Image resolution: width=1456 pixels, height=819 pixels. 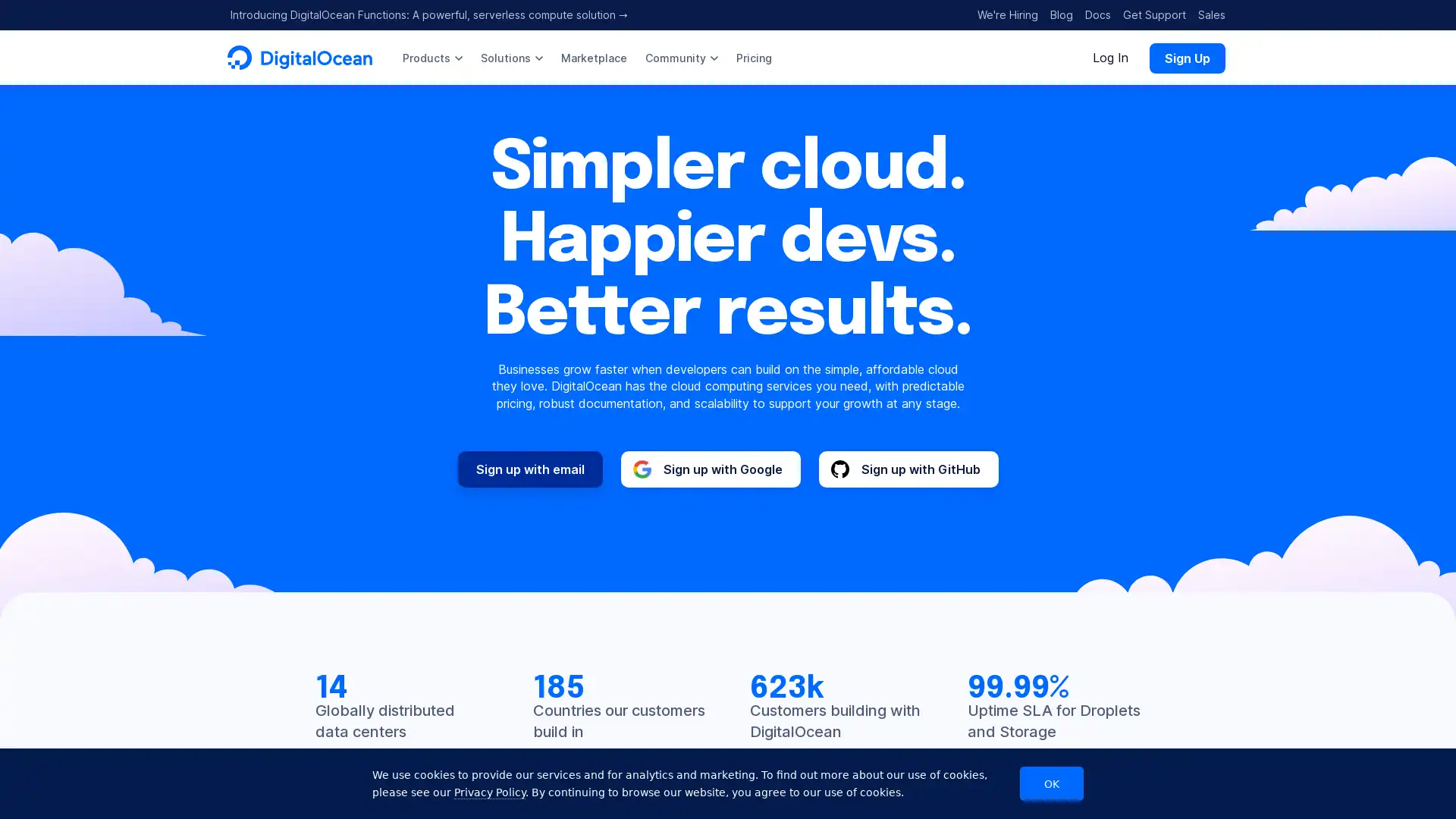 What do you see at coordinates (431, 57) in the screenshot?
I see `Products` at bounding box center [431, 57].